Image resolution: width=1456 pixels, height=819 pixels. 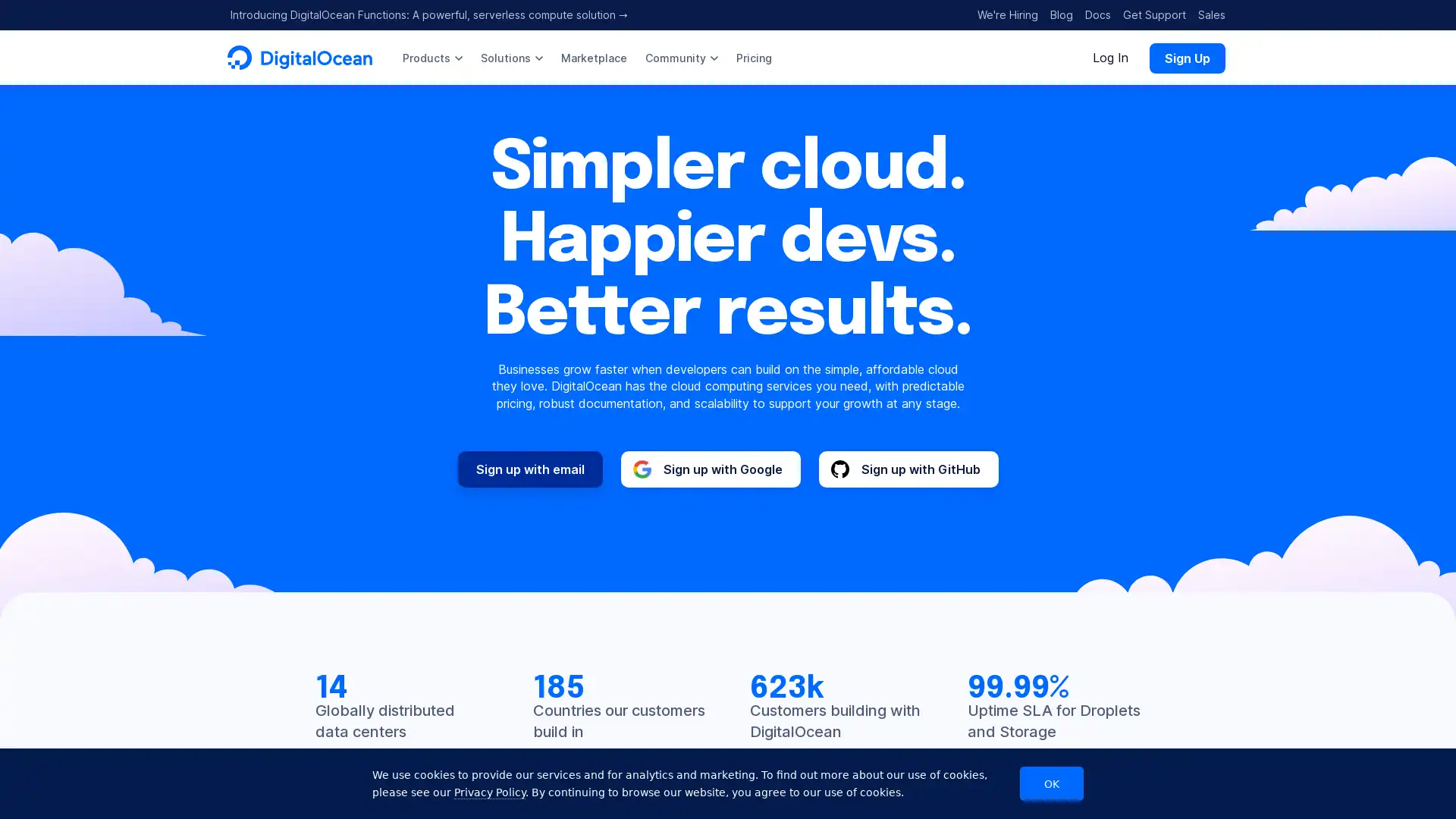 What do you see at coordinates (431, 57) in the screenshot?
I see `Products` at bounding box center [431, 57].